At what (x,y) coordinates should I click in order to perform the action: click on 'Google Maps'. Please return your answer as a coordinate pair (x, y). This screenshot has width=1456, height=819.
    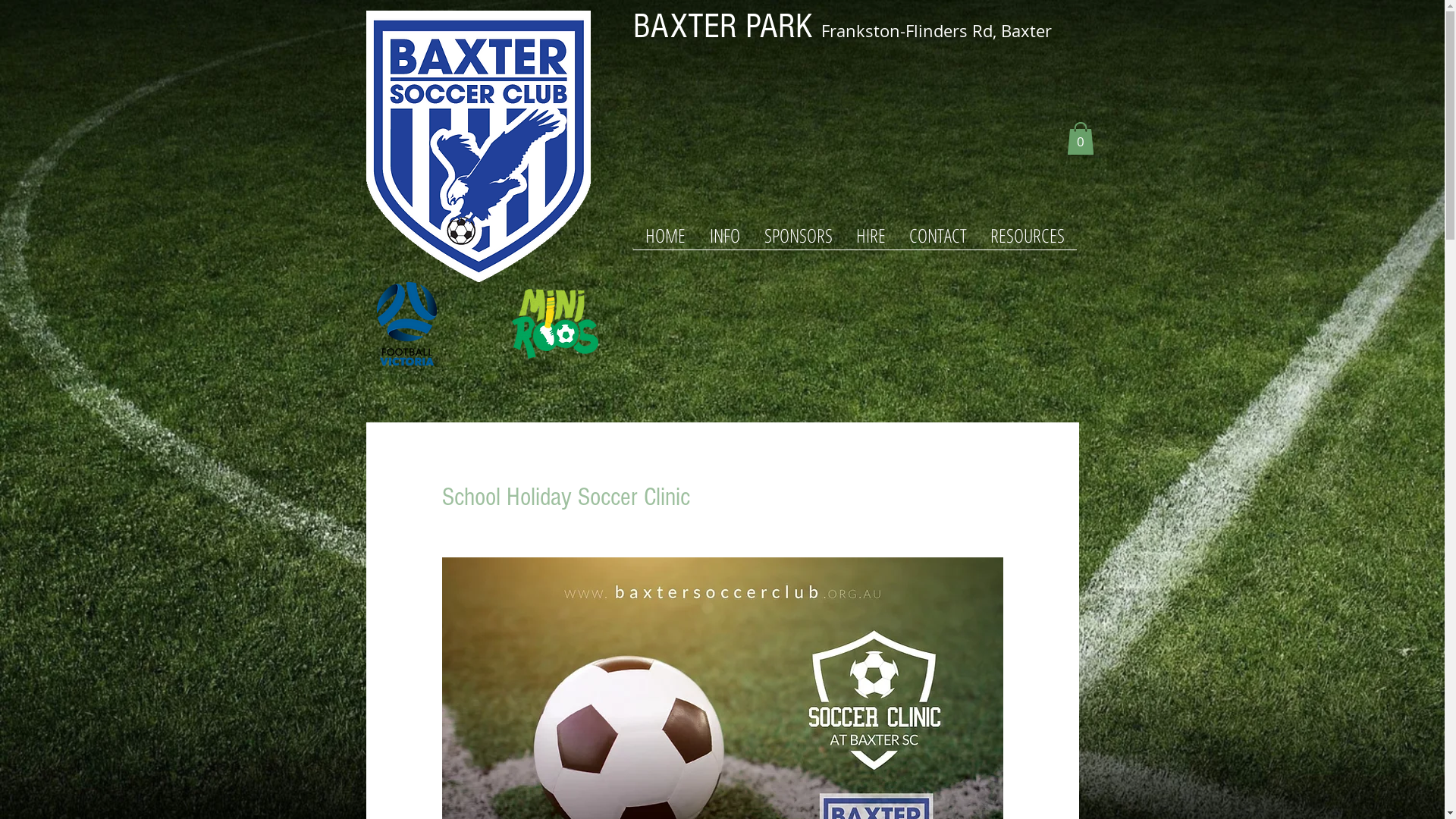
    Looking at the image, I should click on (854, 127).